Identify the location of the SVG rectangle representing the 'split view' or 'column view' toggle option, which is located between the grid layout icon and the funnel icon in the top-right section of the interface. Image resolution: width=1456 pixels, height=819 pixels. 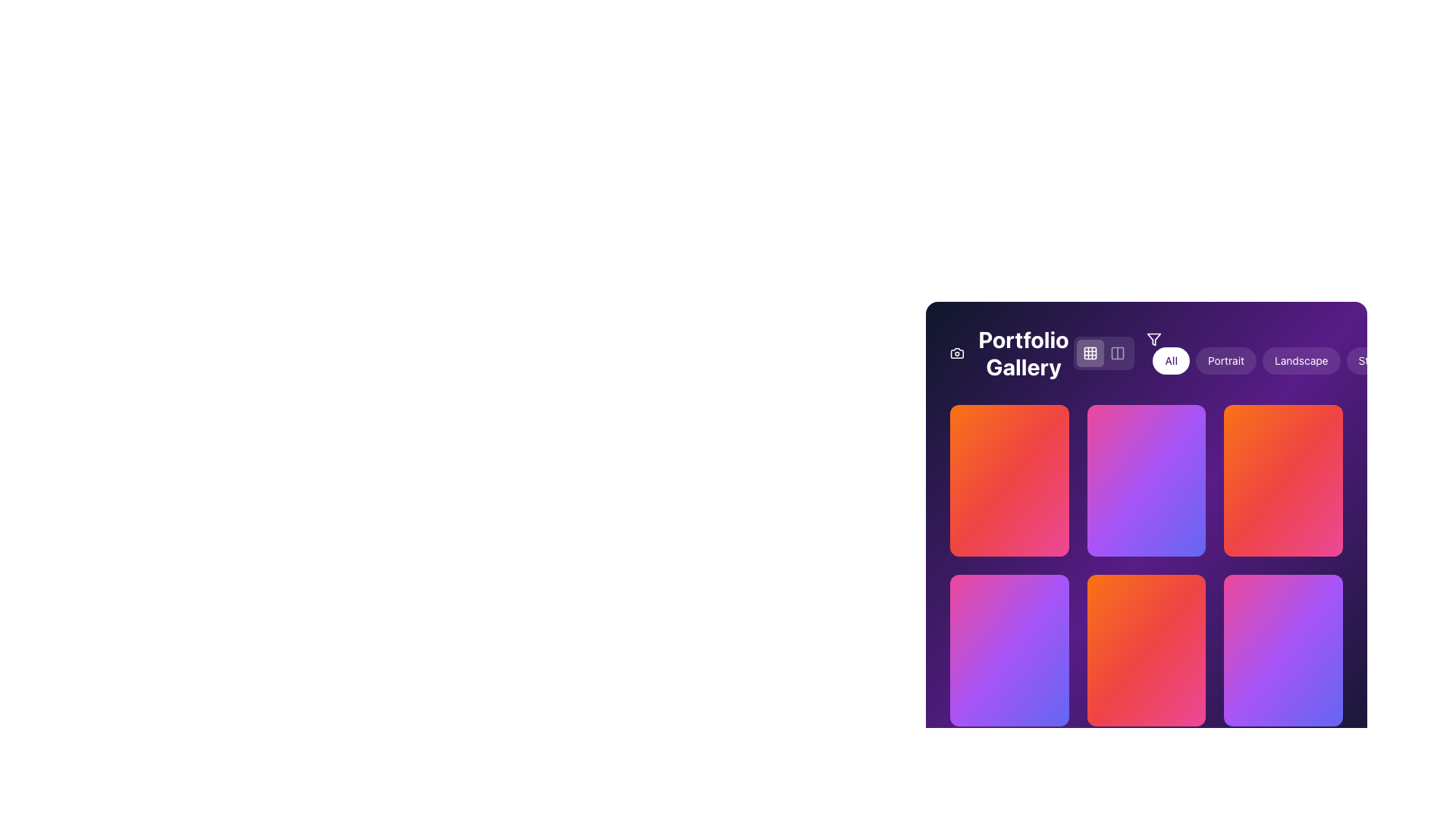
(1118, 353).